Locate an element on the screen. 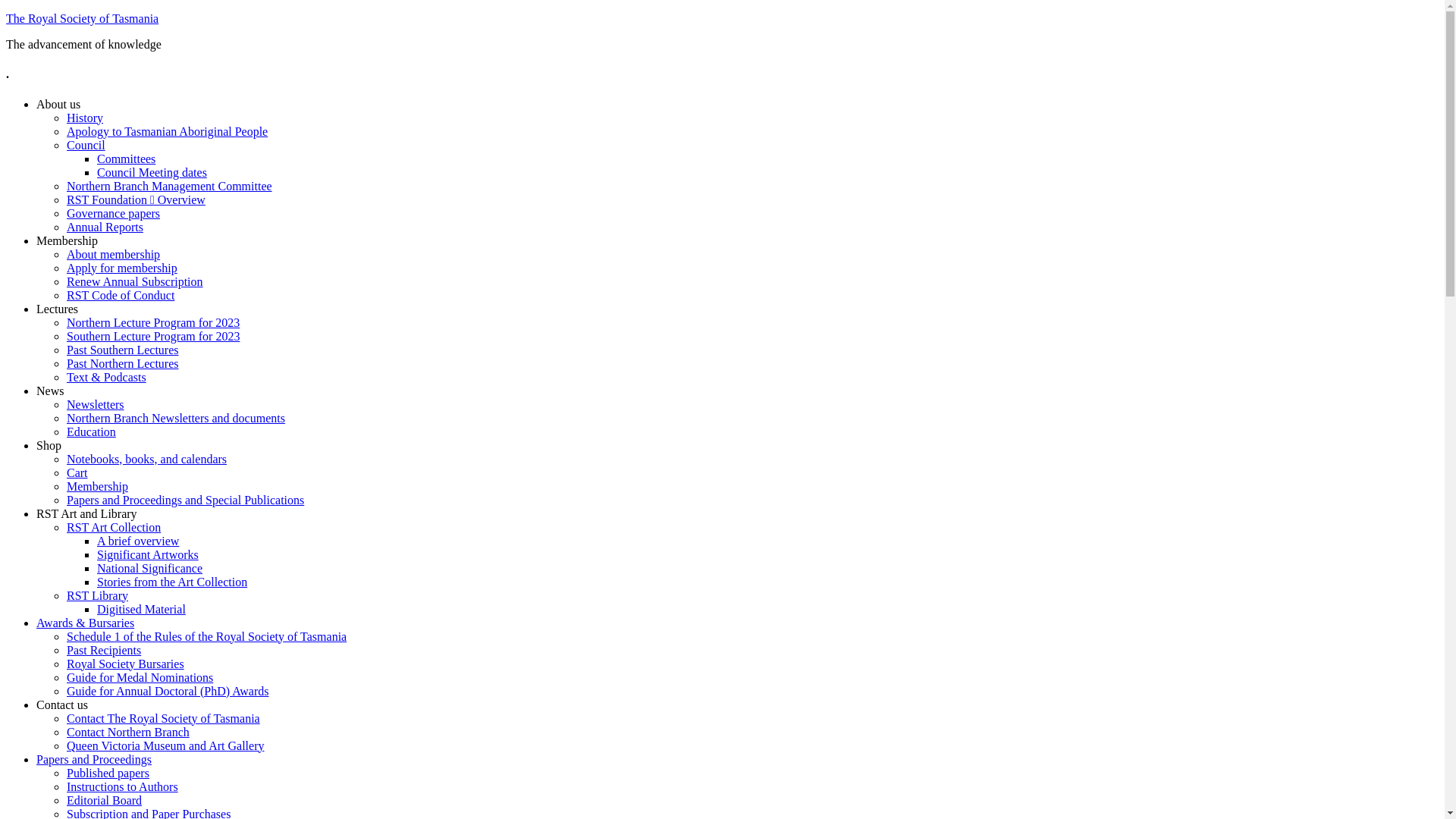 The image size is (1456, 819). 'The Royal Society of Tasmania' is located at coordinates (6, 18).